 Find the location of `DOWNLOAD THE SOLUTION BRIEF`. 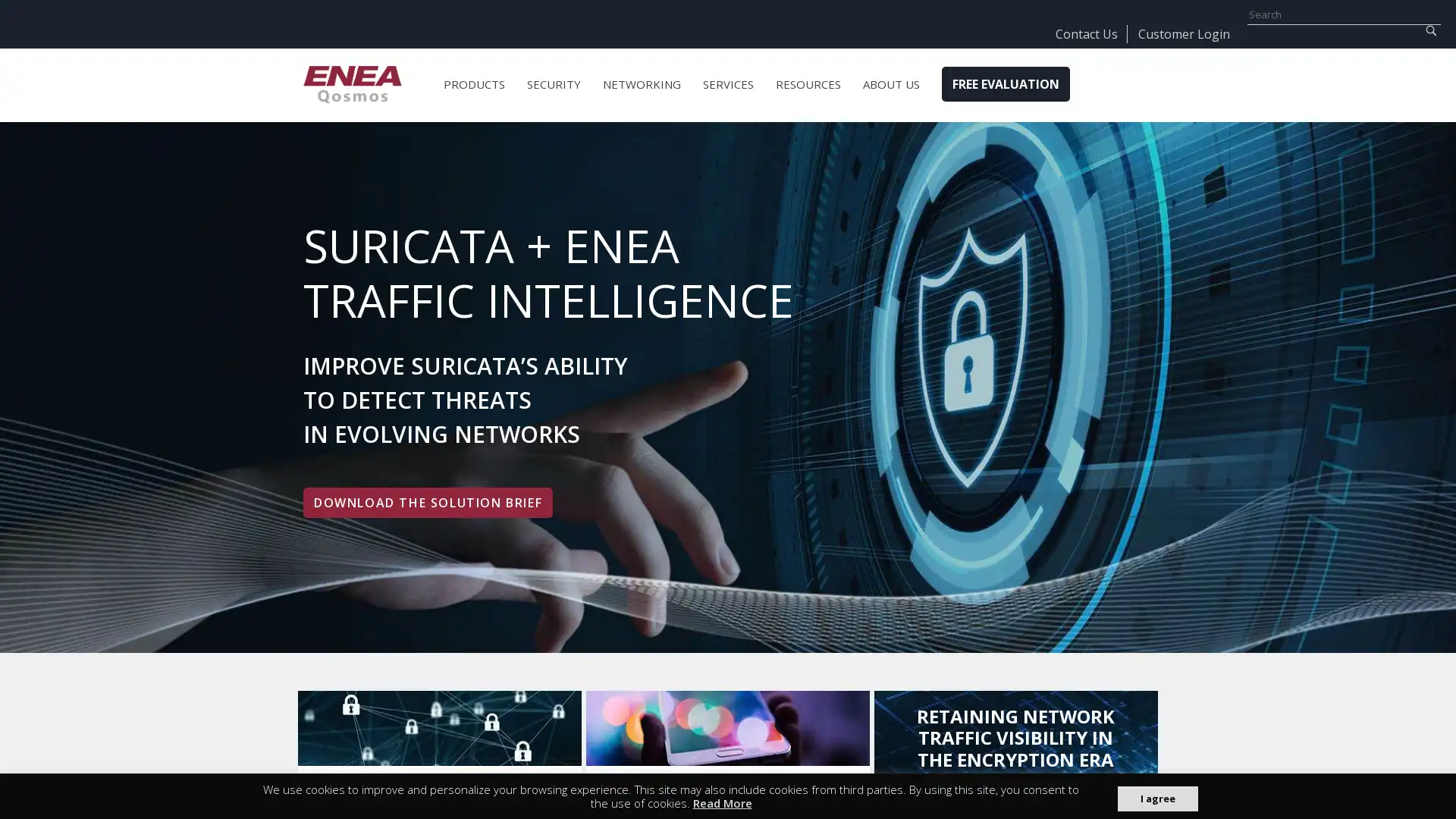

DOWNLOAD THE SOLUTION BRIEF is located at coordinates (427, 503).